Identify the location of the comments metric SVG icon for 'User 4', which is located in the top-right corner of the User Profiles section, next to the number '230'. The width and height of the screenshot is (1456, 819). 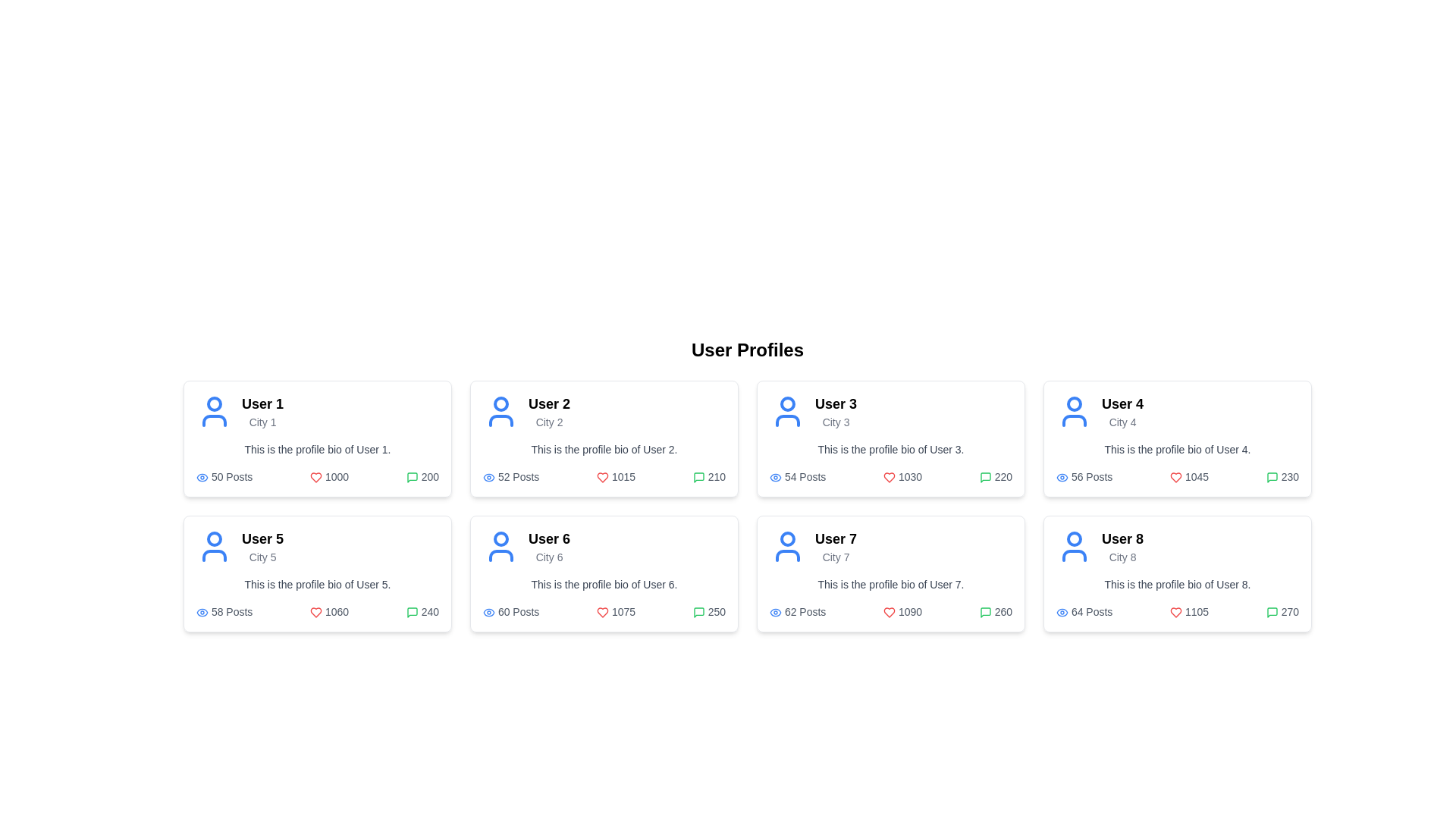
(1272, 478).